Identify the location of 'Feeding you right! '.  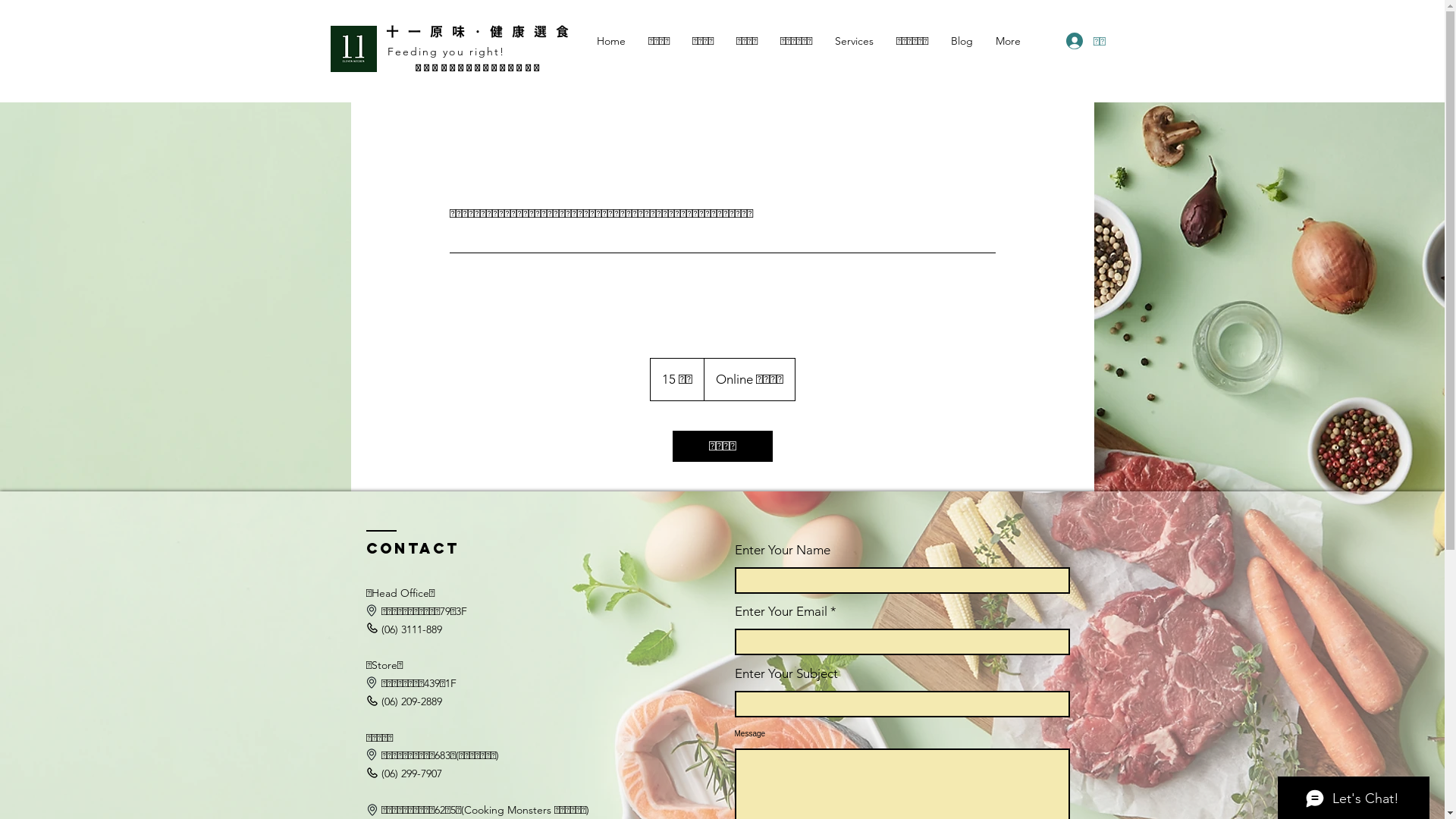
(447, 51).